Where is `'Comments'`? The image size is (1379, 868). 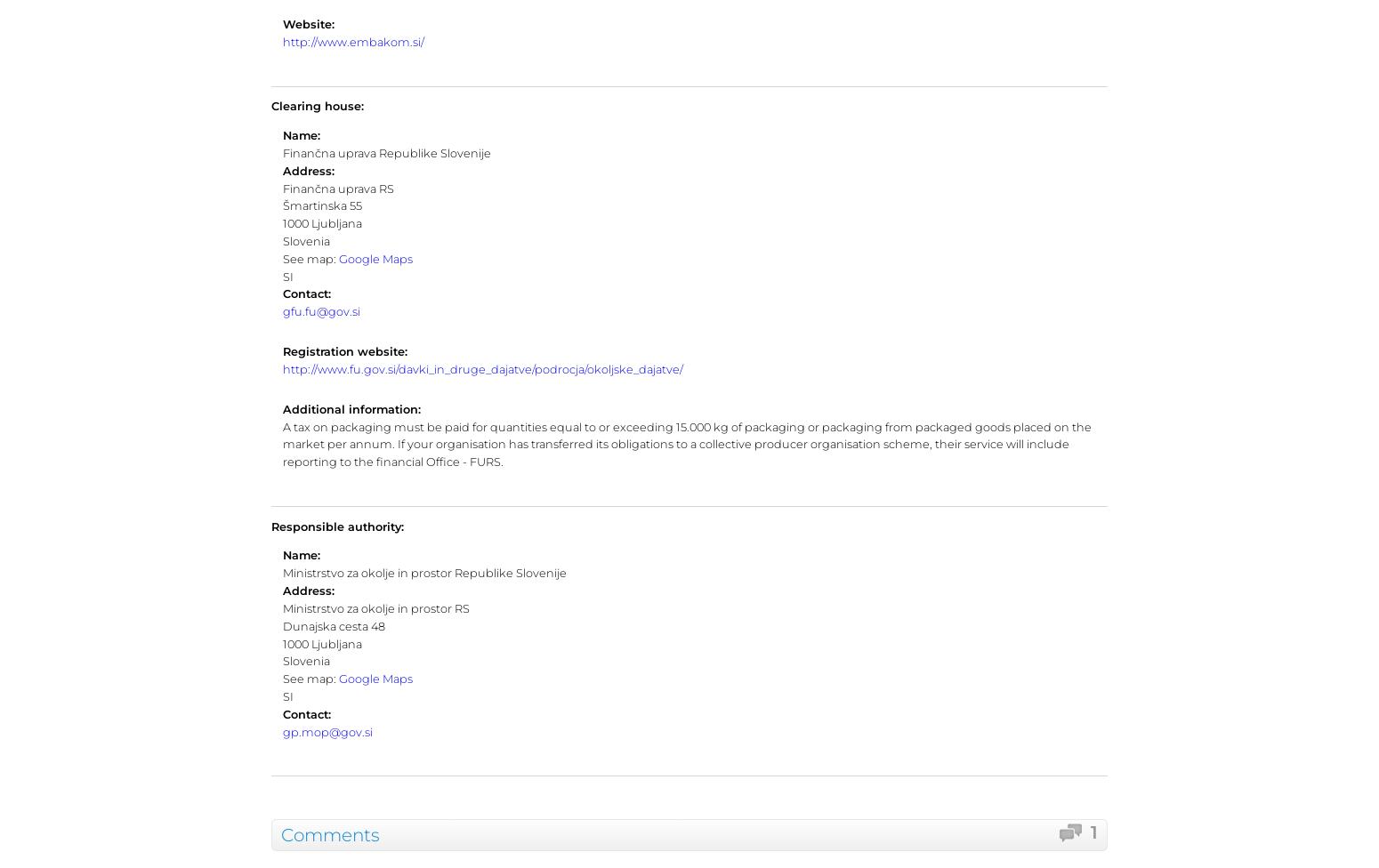
'Comments' is located at coordinates (329, 834).